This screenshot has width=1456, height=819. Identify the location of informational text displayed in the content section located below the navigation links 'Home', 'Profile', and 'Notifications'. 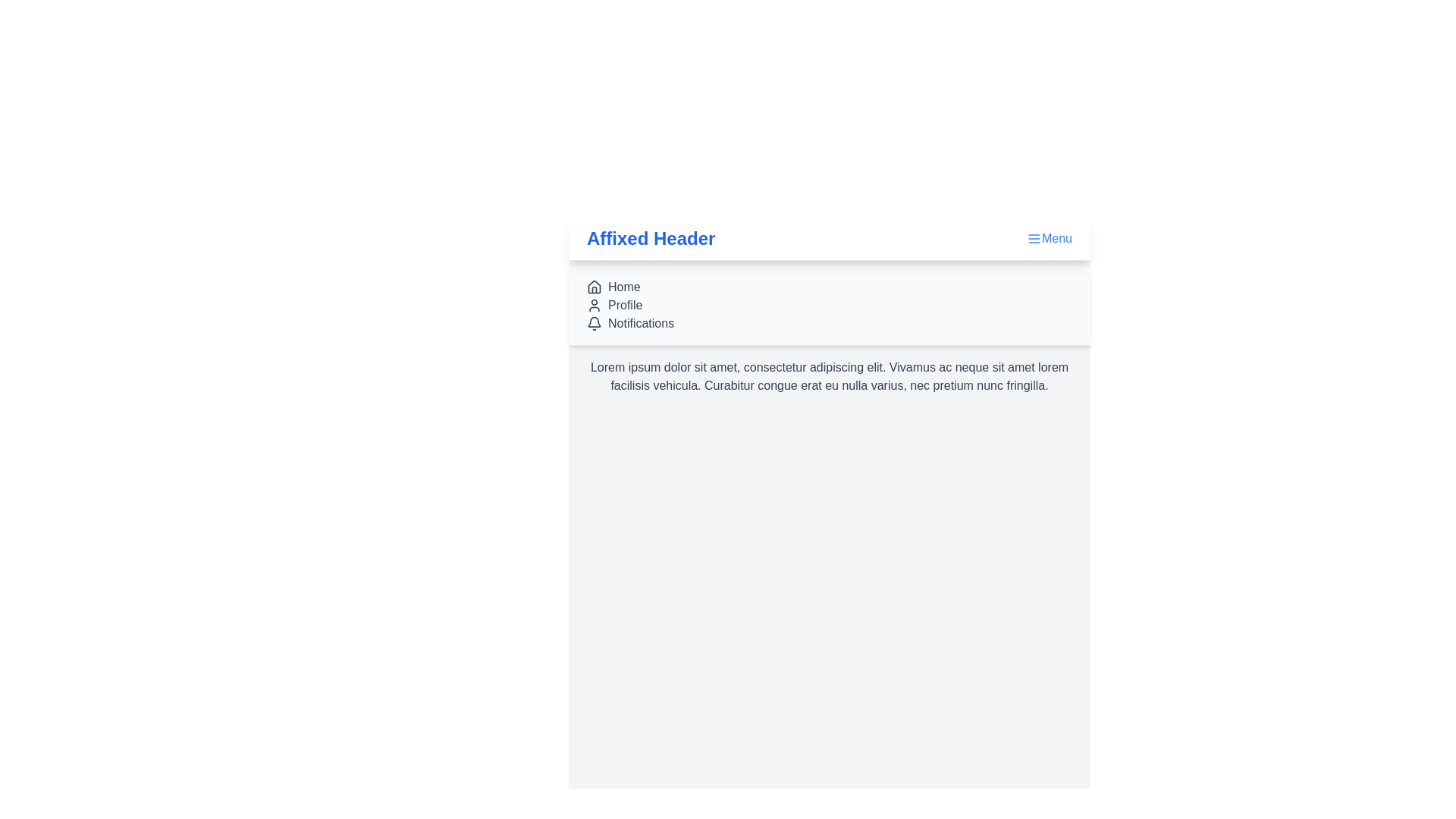
(829, 376).